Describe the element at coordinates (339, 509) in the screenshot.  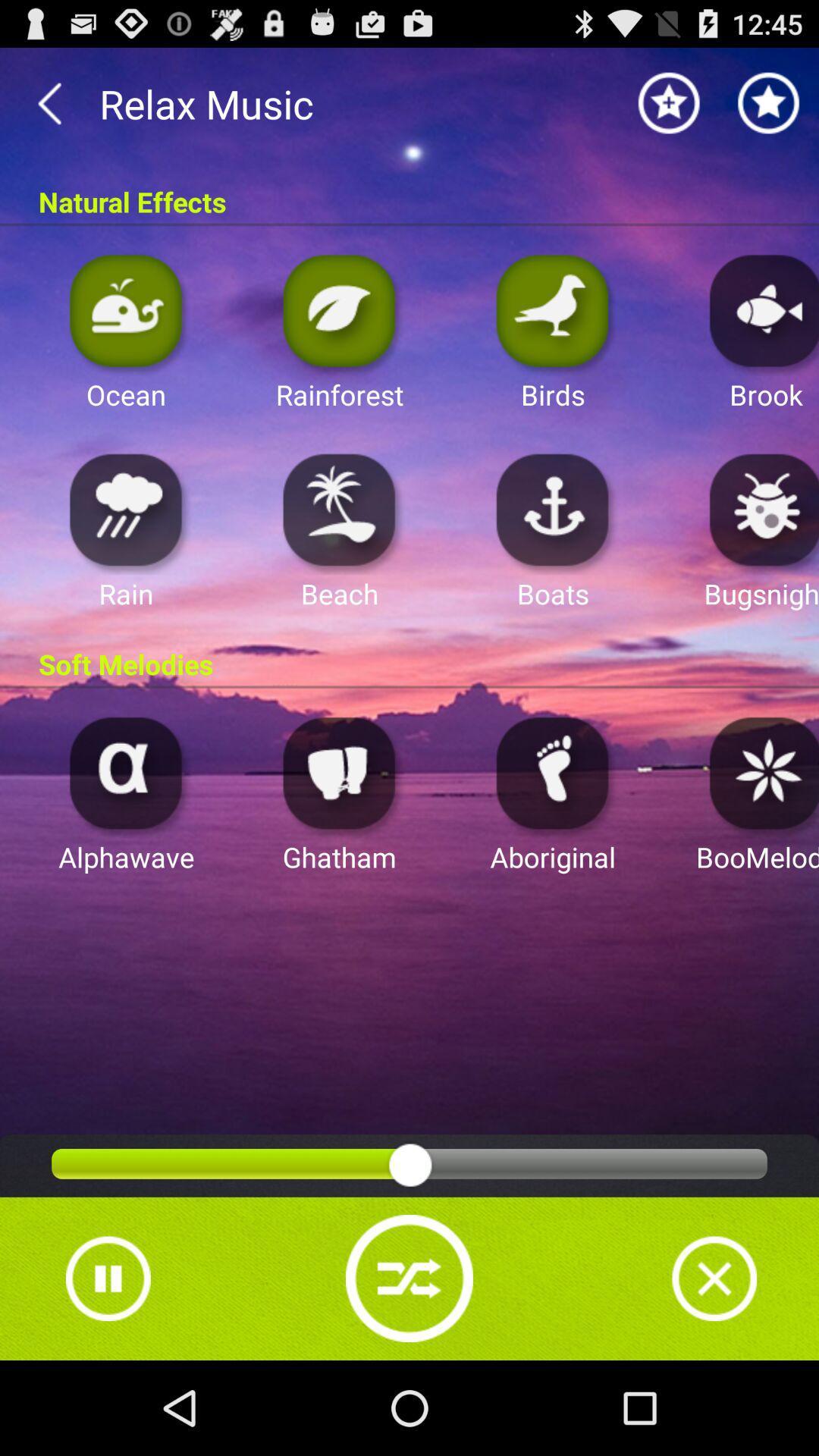
I see `the beach button` at that location.